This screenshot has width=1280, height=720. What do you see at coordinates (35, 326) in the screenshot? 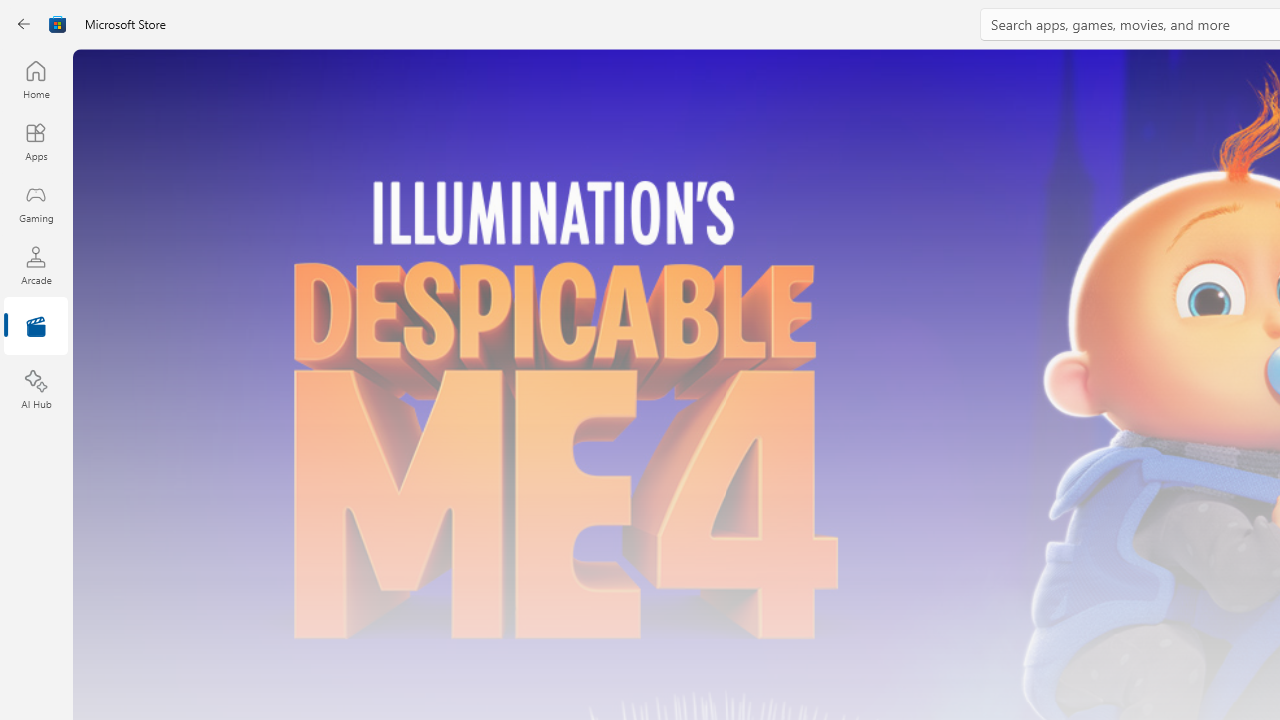
I see `'Entertainment'` at bounding box center [35, 326].